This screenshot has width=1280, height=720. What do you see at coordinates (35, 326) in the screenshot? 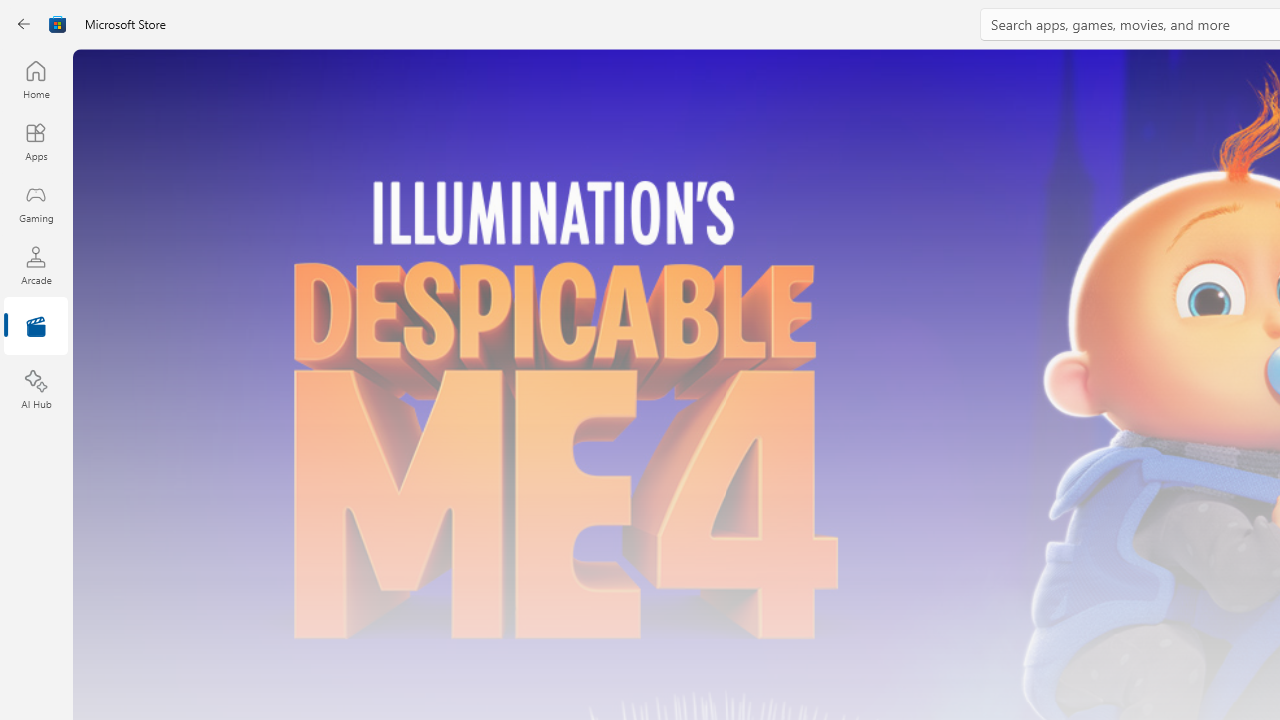
I see `'Entertainment'` at bounding box center [35, 326].